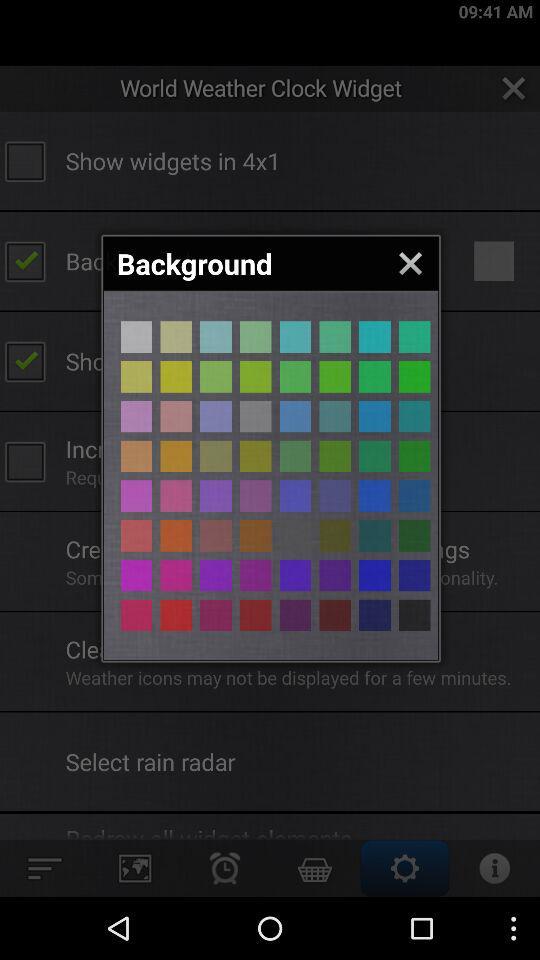 The height and width of the screenshot is (960, 540). What do you see at coordinates (374, 575) in the screenshot?
I see `blue background` at bounding box center [374, 575].